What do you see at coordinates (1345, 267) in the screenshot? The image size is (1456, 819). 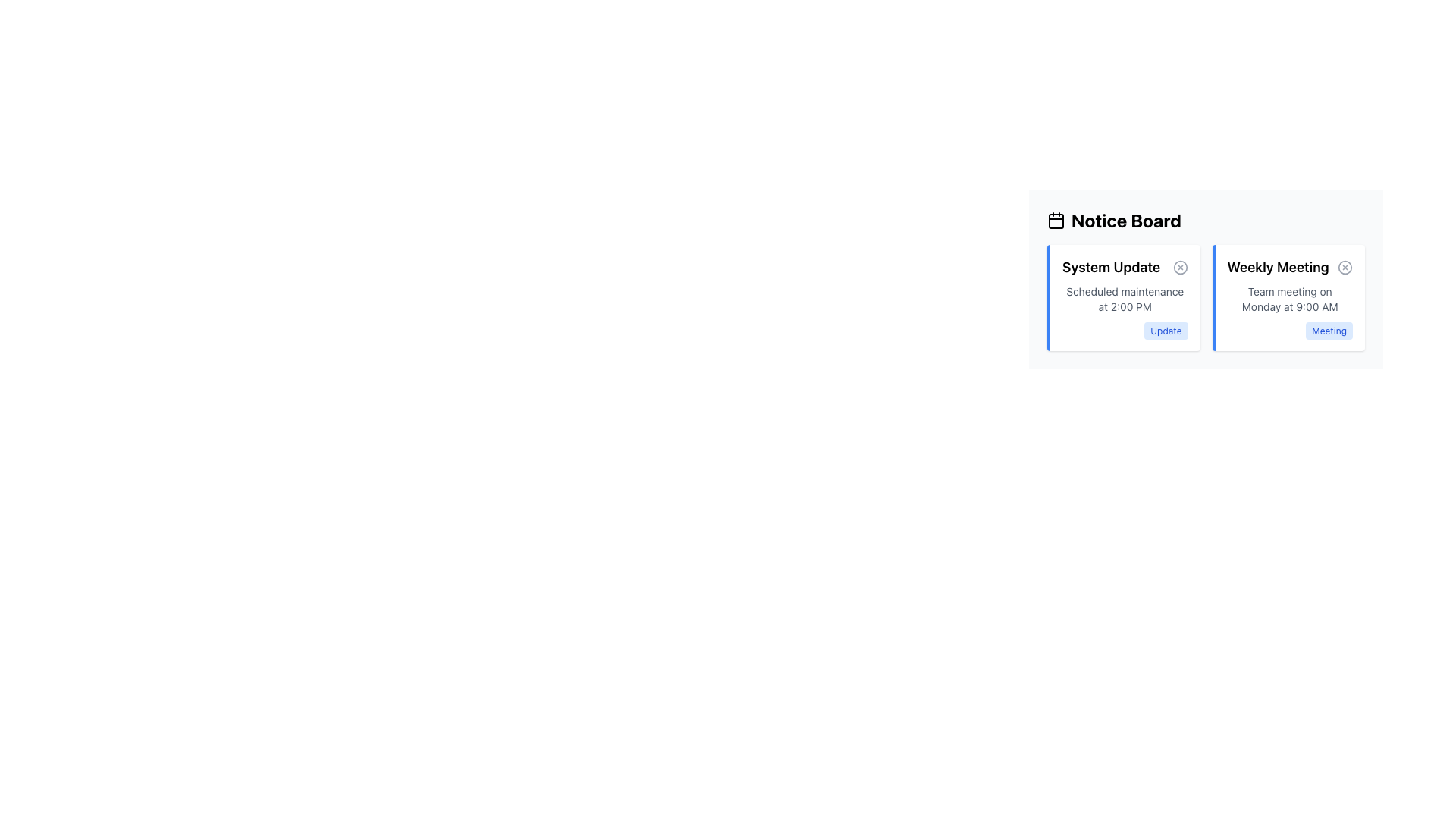 I see `the circular 'X' icon located to the right of the 'Weekly Meeting' text` at bounding box center [1345, 267].